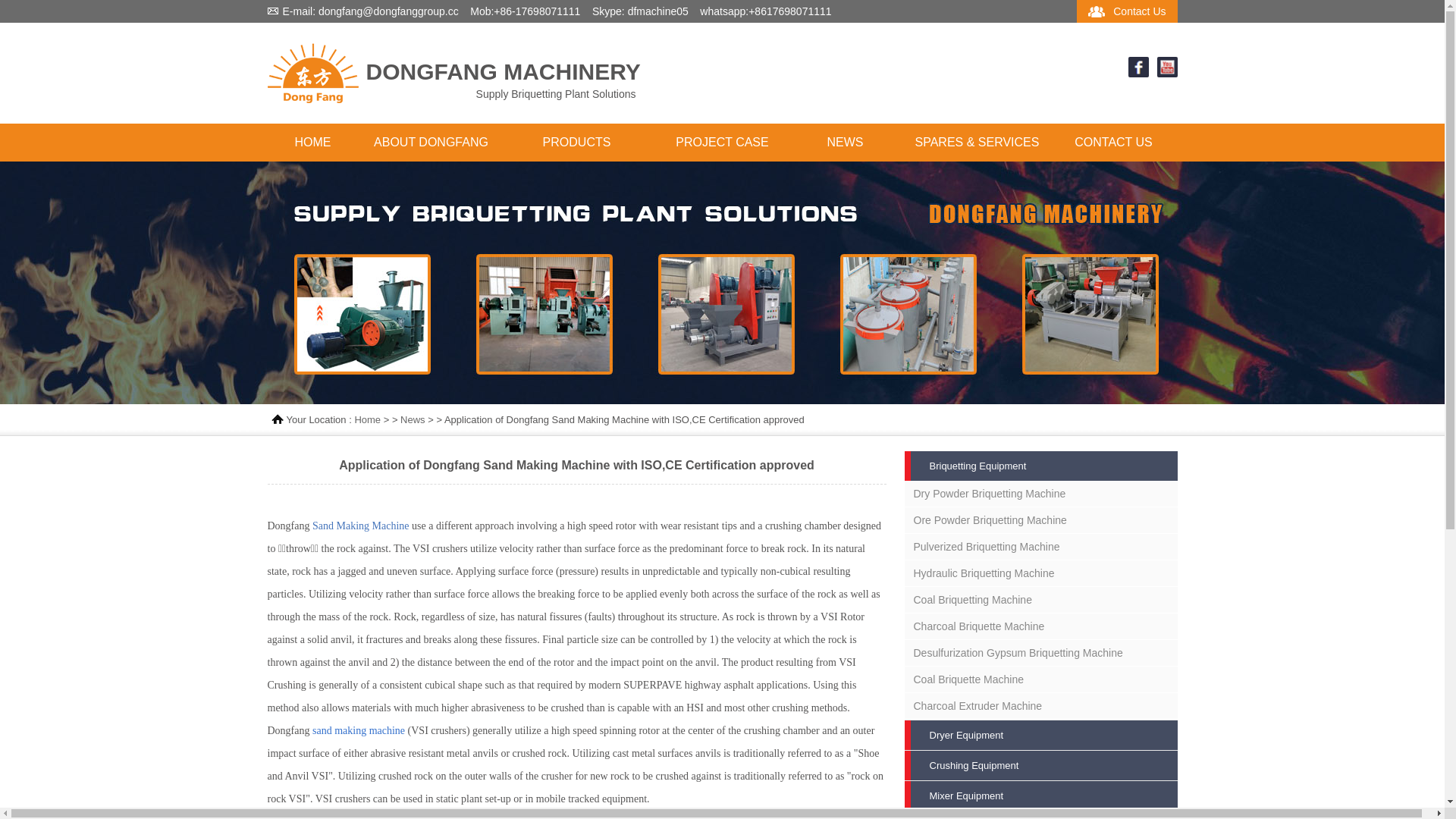 Image resolution: width=1456 pixels, height=819 pixels. Describe the element at coordinates (1040, 734) in the screenshot. I see `'Dryer Equipment'` at that location.